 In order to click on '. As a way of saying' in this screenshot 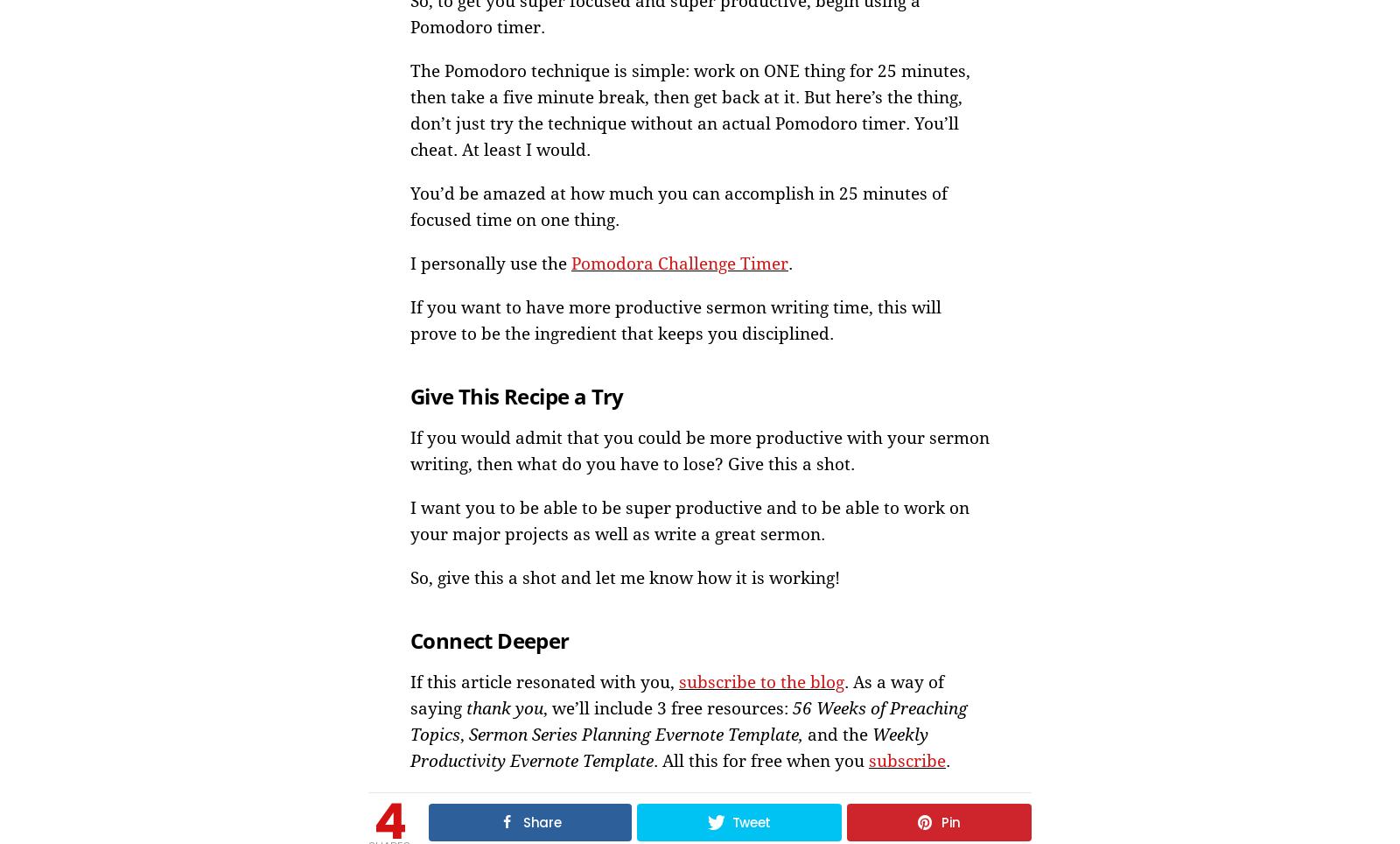, I will do `click(677, 694)`.